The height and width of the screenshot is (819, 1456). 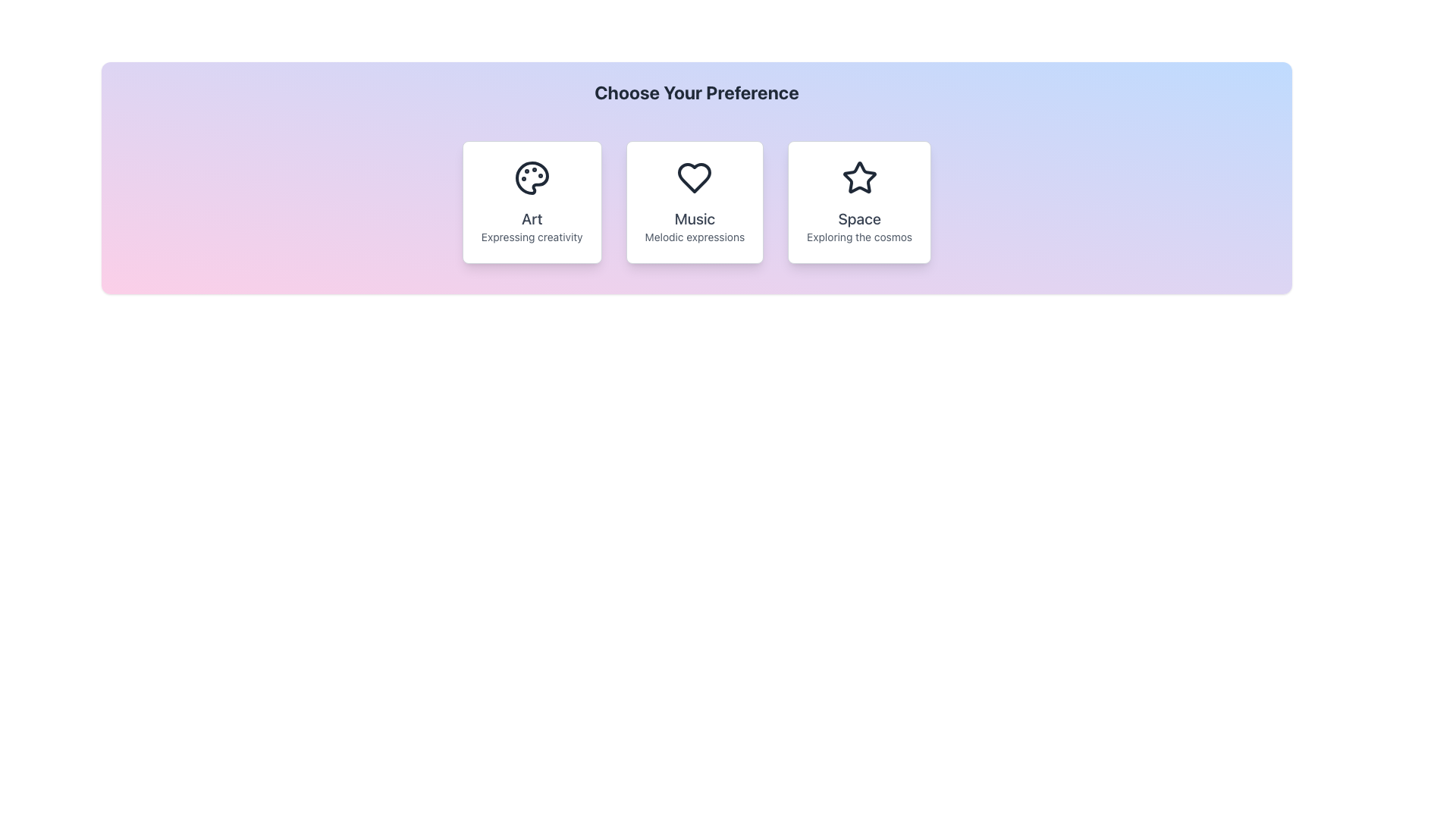 What do you see at coordinates (532, 237) in the screenshot?
I see `the text label 'Expressing creativity' styled in gray font, which is located beneath the 'Art' section in a card-like structure` at bounding box center [532, 237].